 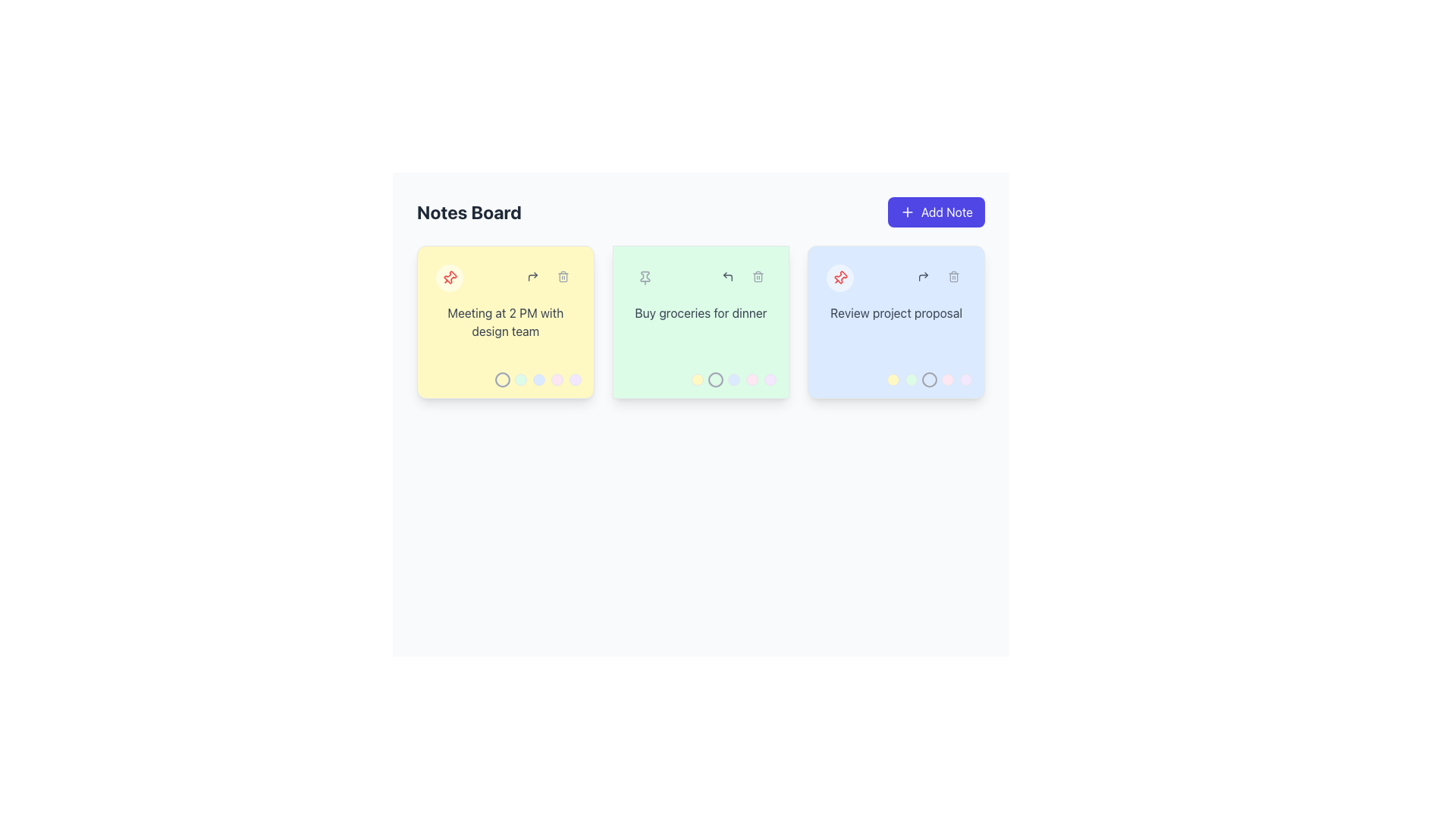 What do you see at coordinates (839, 278) in the screenshot?
I see `the leftmost pin icon within the circular button at the top-left of the 'Review project proposal' note card to mark the note` at bounding box center [839, 278].